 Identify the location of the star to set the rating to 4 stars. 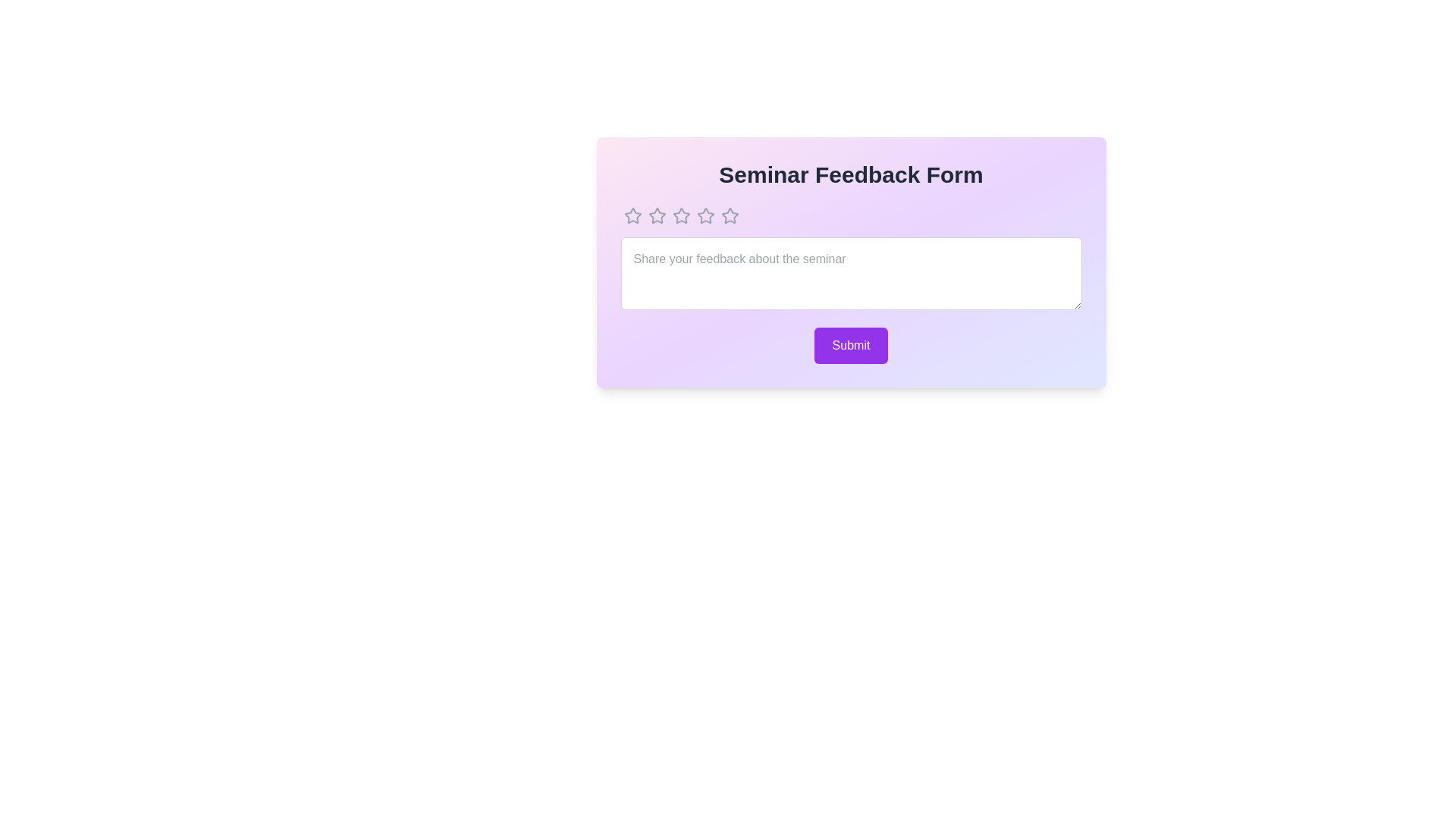
(704, 216).